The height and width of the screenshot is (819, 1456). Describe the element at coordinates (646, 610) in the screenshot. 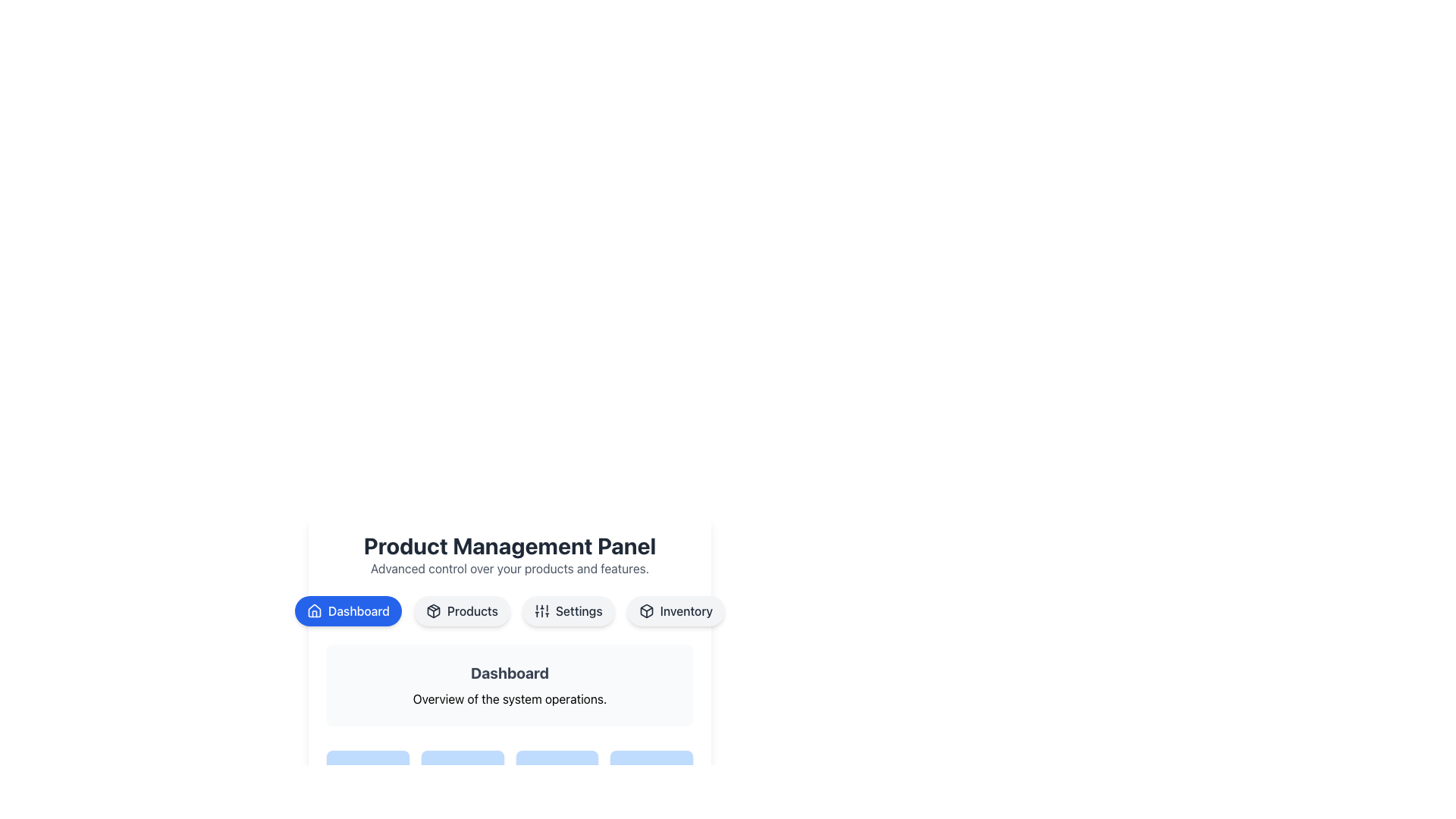

I see `the small, vector-based cube icon located within the rounded 'Inventory' button, which has a light-gray background and dark text` at that location.